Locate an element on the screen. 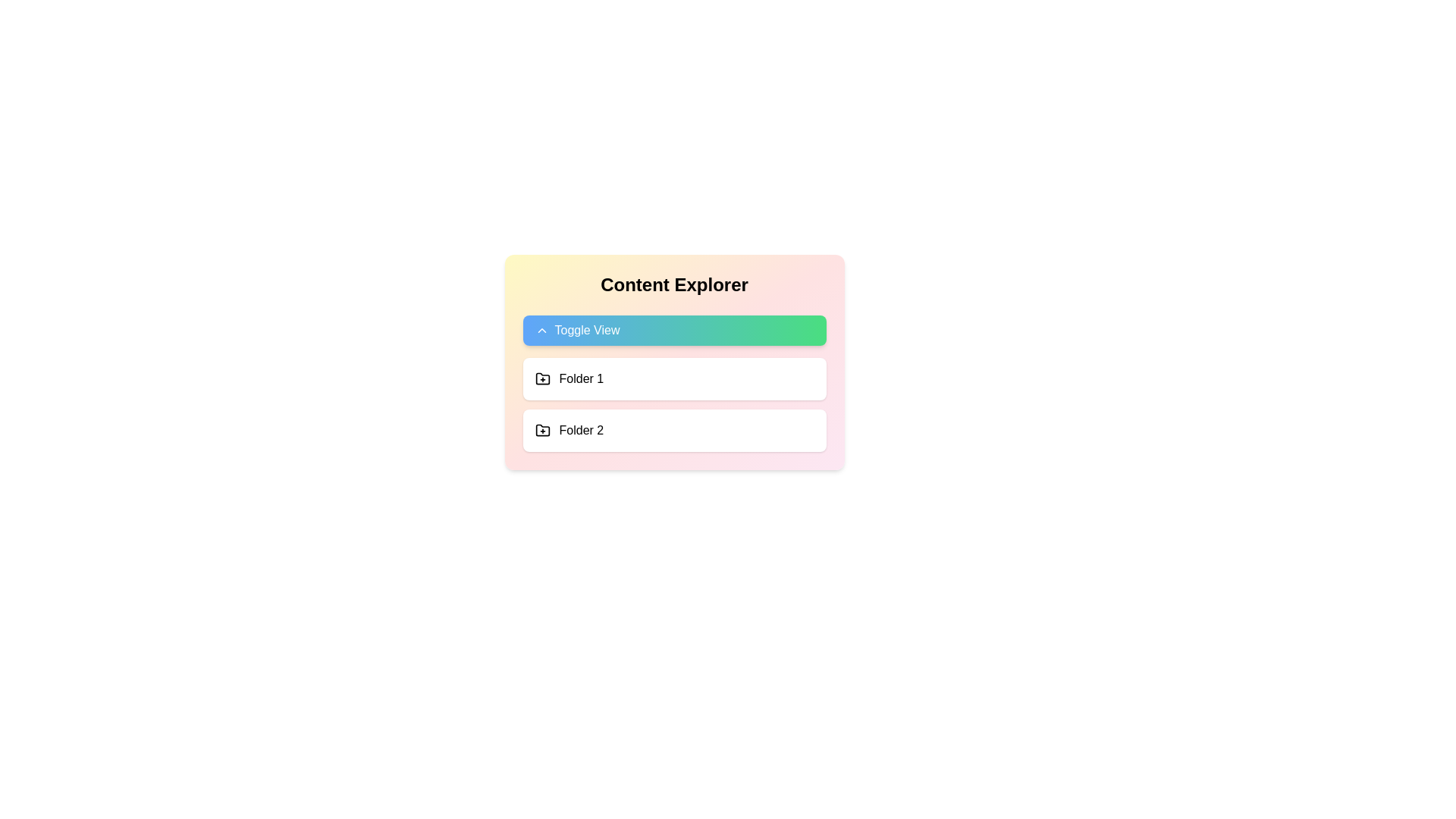 Image resolution: width=1456 pixels, height=819 pixels. the static text label displaying 'Folder 1', which is styled in bold and located to the right of a folder icon with a '+' sign in a vertical folder listing is located at coordinates (580, 378).